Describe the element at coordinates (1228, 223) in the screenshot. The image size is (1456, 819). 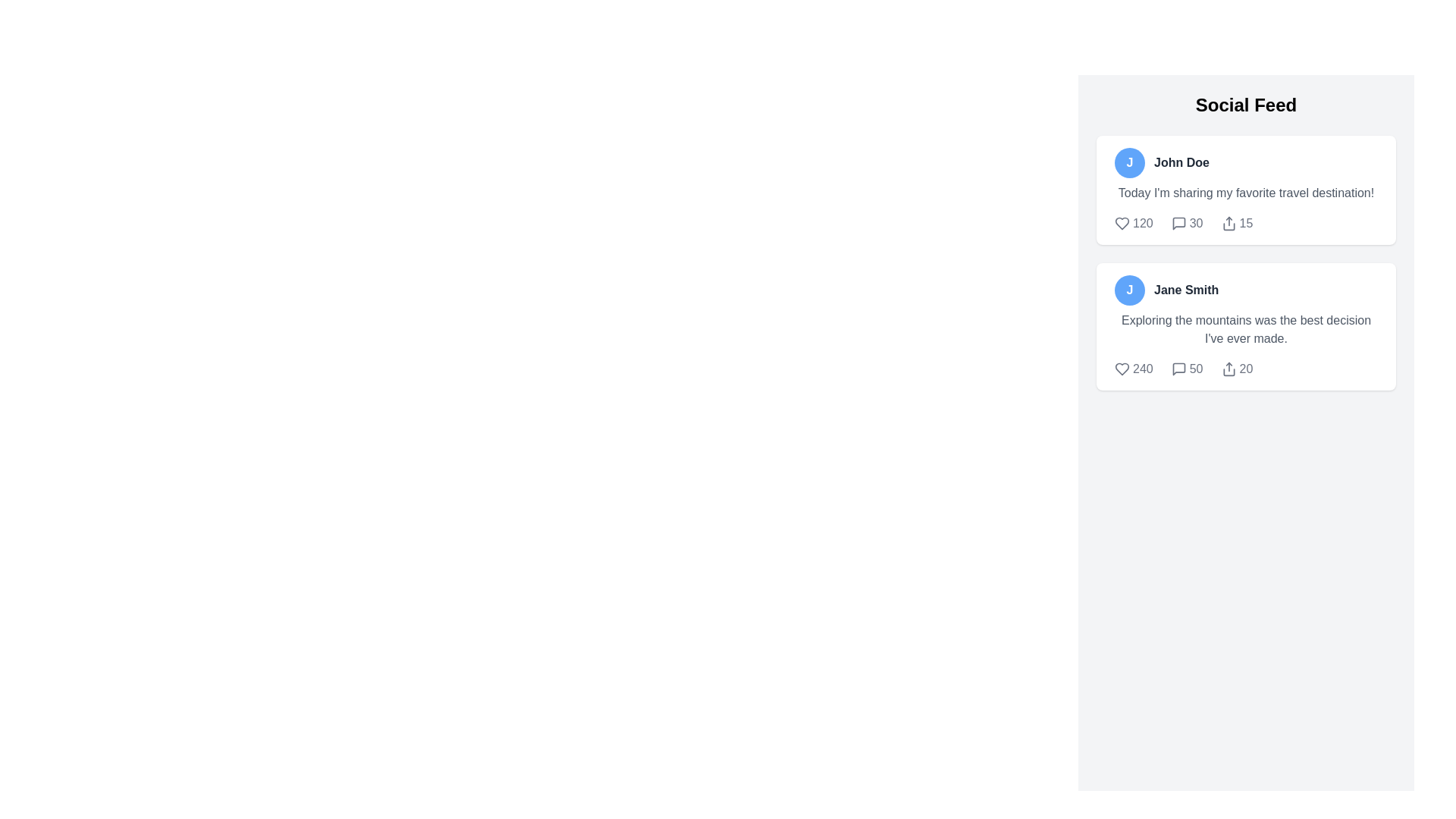
I see `keyboard navigation` at that location.